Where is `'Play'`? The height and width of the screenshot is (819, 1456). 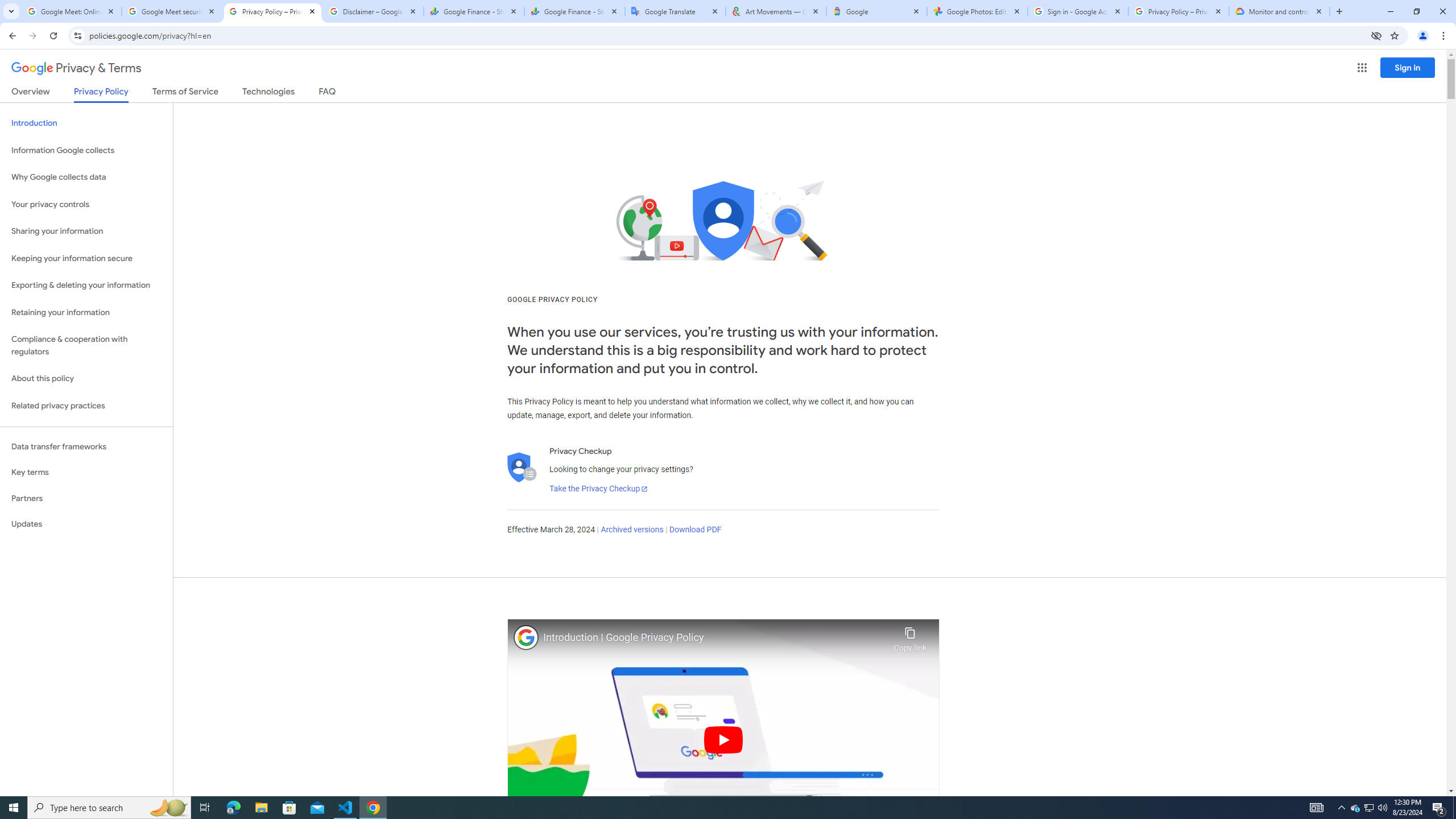
'Play' is located at coordinates (723, 739).